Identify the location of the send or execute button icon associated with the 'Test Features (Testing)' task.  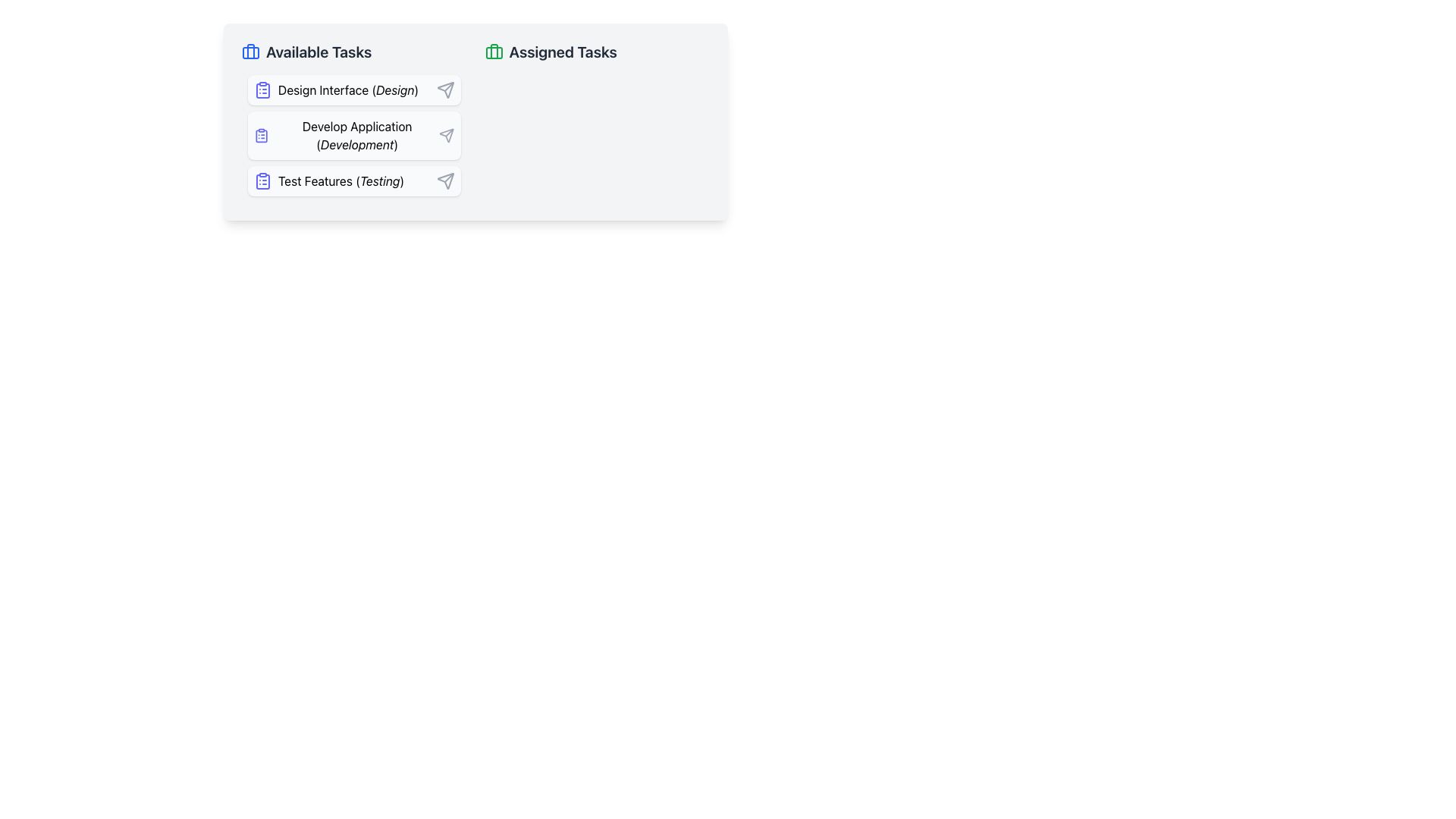
(444, 180).